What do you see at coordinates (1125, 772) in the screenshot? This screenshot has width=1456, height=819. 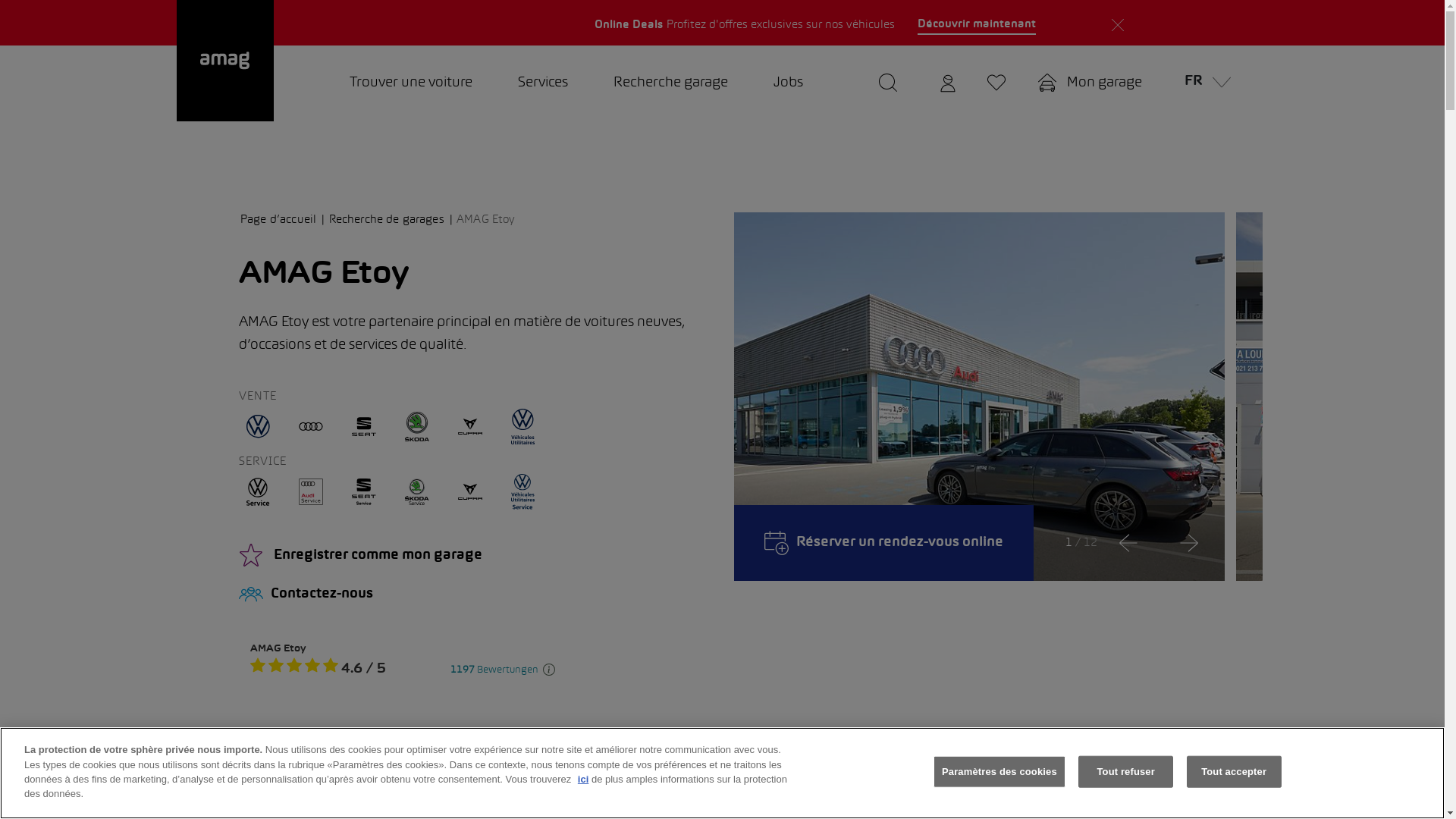 I see `'Tout refuser'` at bounding box center [1125, 772].